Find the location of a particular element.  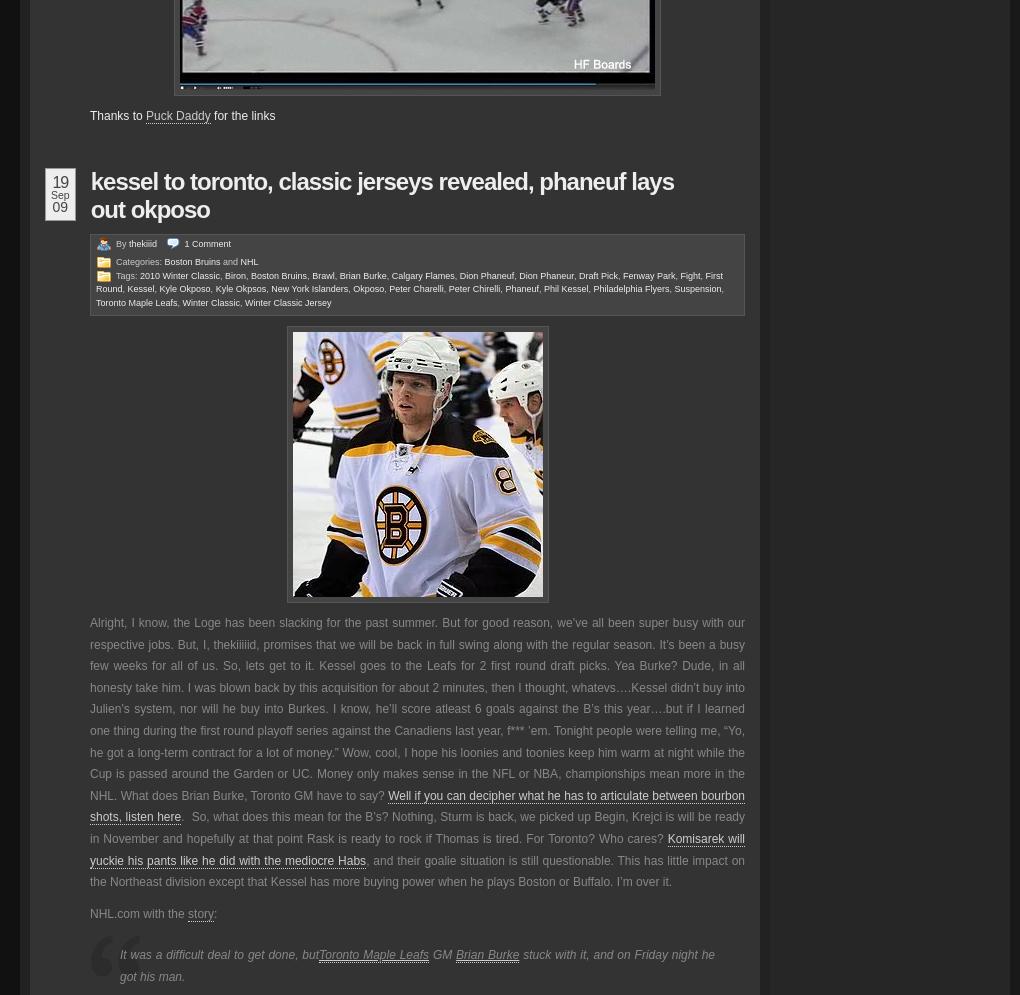

'for the links' is located at coordinates (242, 115).